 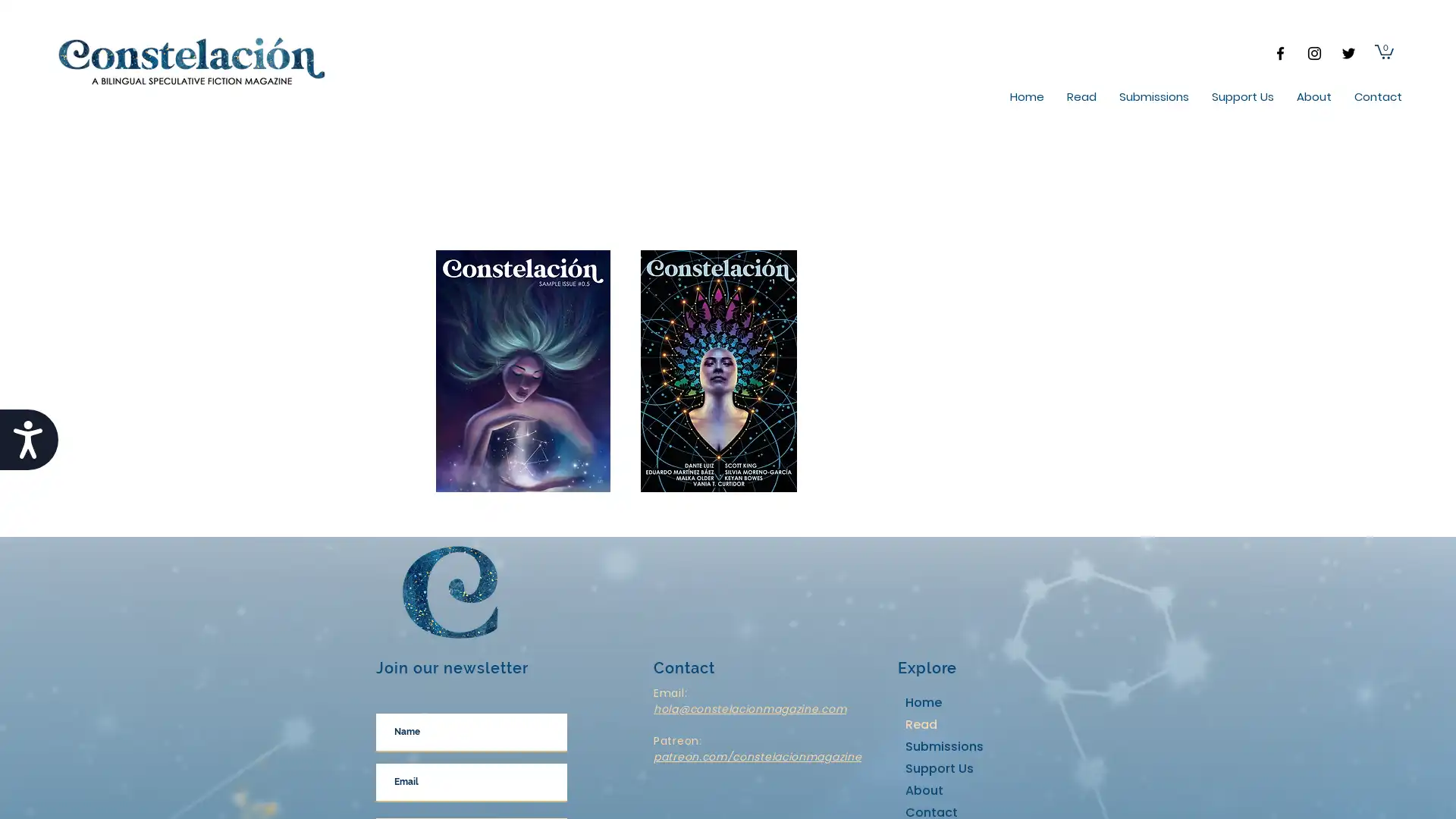 What do you see at coordinates (1291, 792) in the screenshot?
I see `Cookie Settings` at bounding box center [1291, 792].